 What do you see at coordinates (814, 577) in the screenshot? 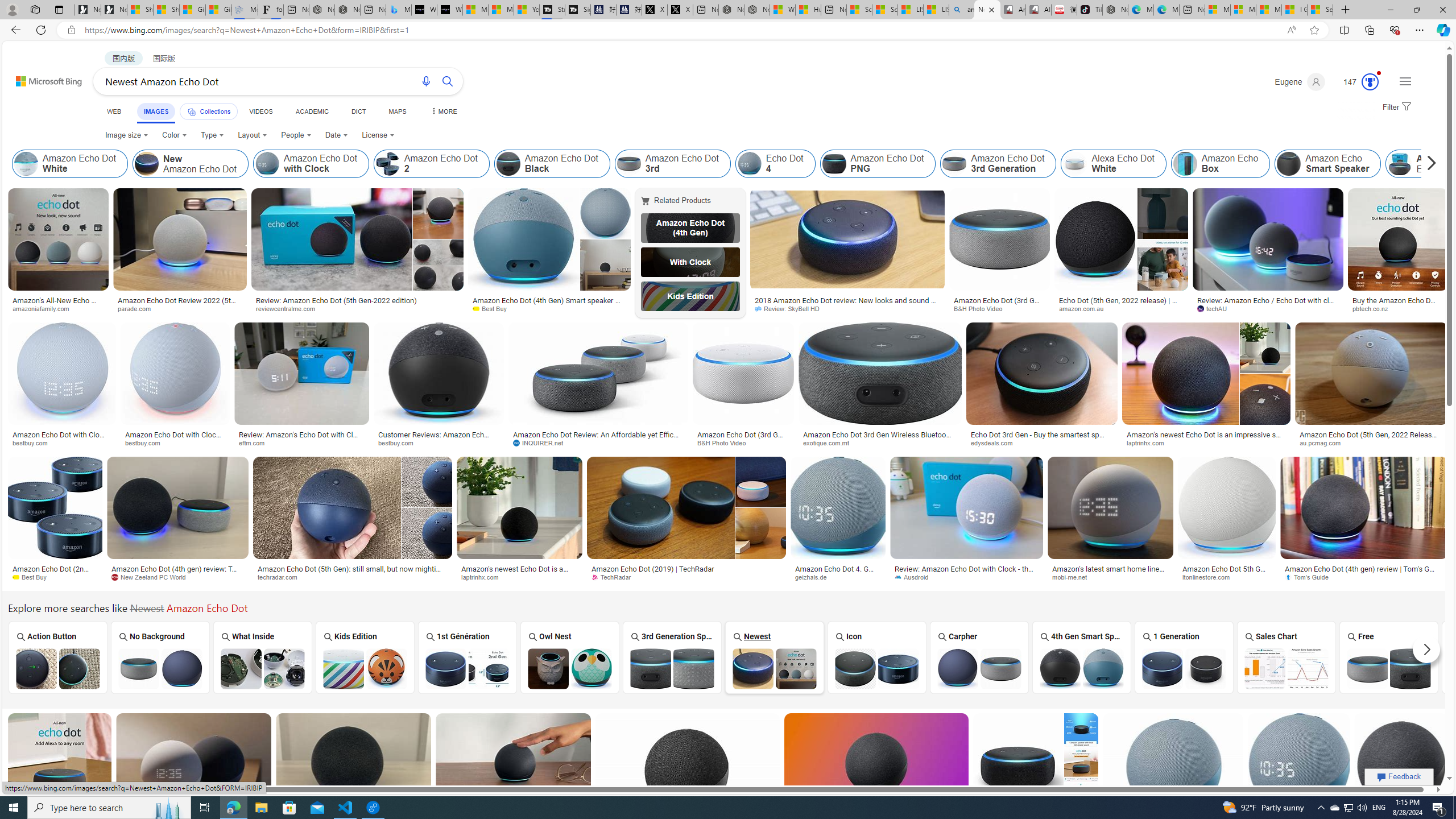
I see `'geizhals.de'` at bounding box center [814, 577].